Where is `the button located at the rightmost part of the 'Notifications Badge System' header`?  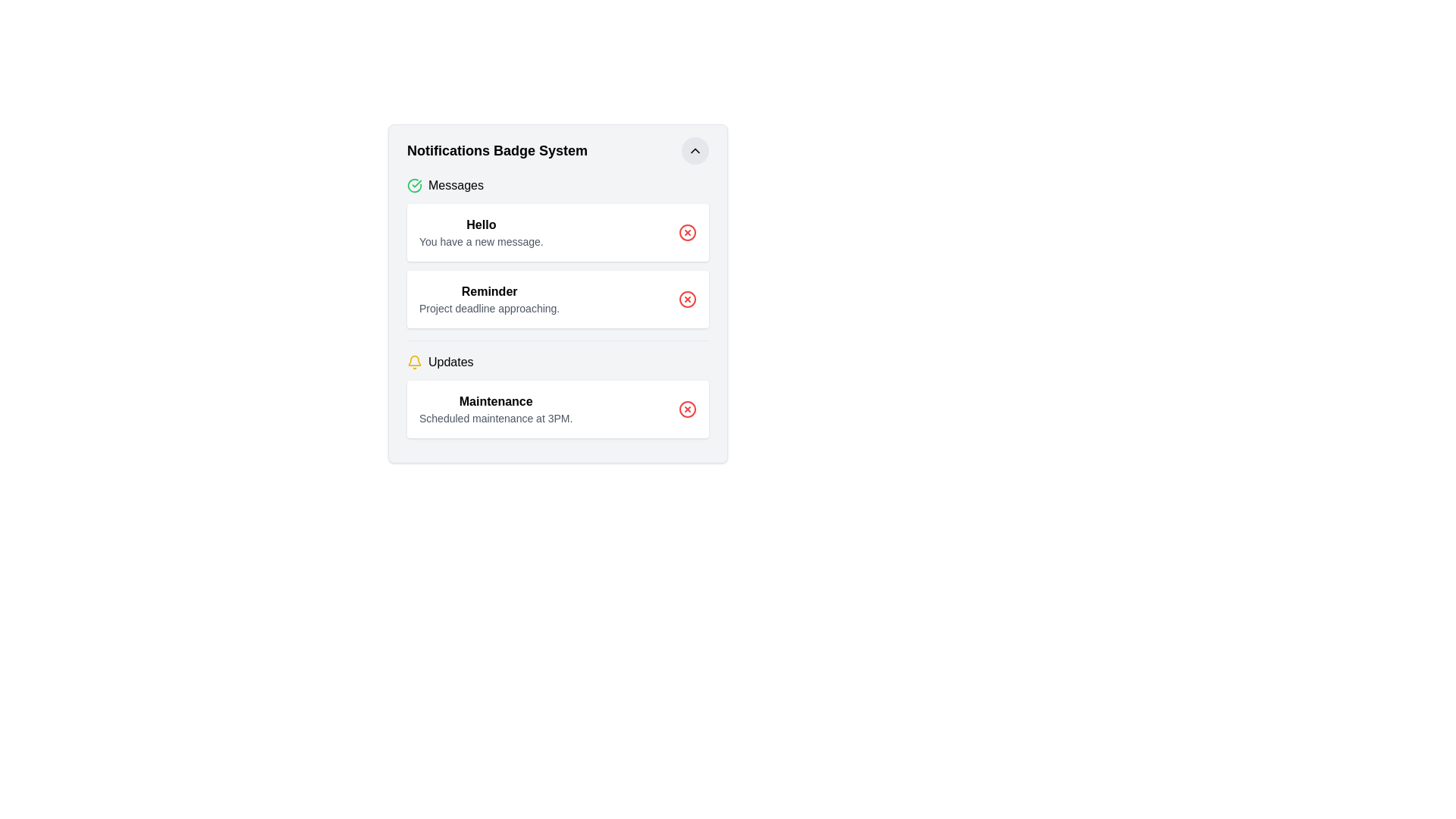 the button located at the rightmost part of the 'Notifications Badge System' header is located at coordinates (694, 151).